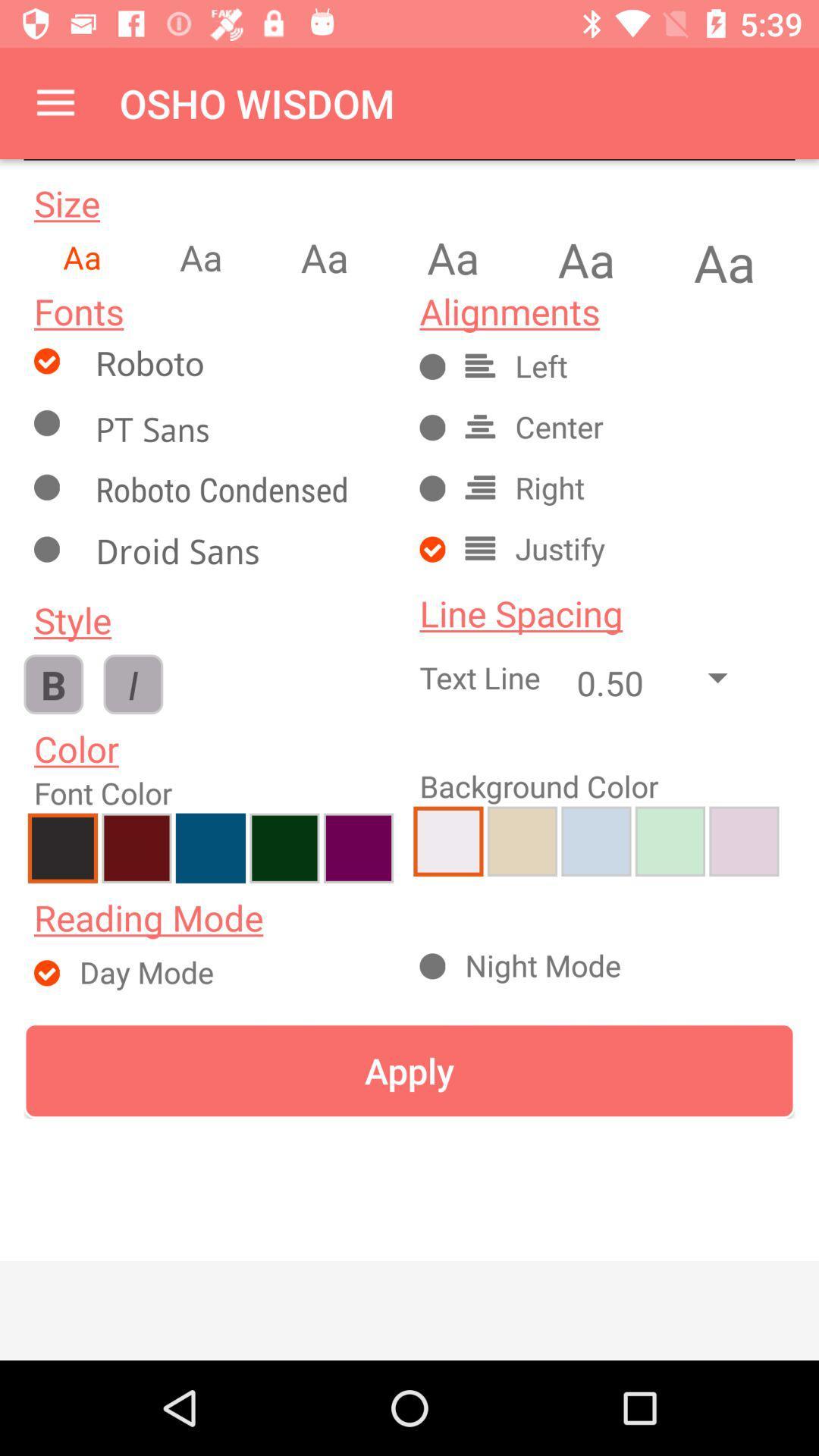 This screenshot has width=819, height=1456. Describe the element at coordinates (284, 847) in the screenshot. I see `font color` at that location.